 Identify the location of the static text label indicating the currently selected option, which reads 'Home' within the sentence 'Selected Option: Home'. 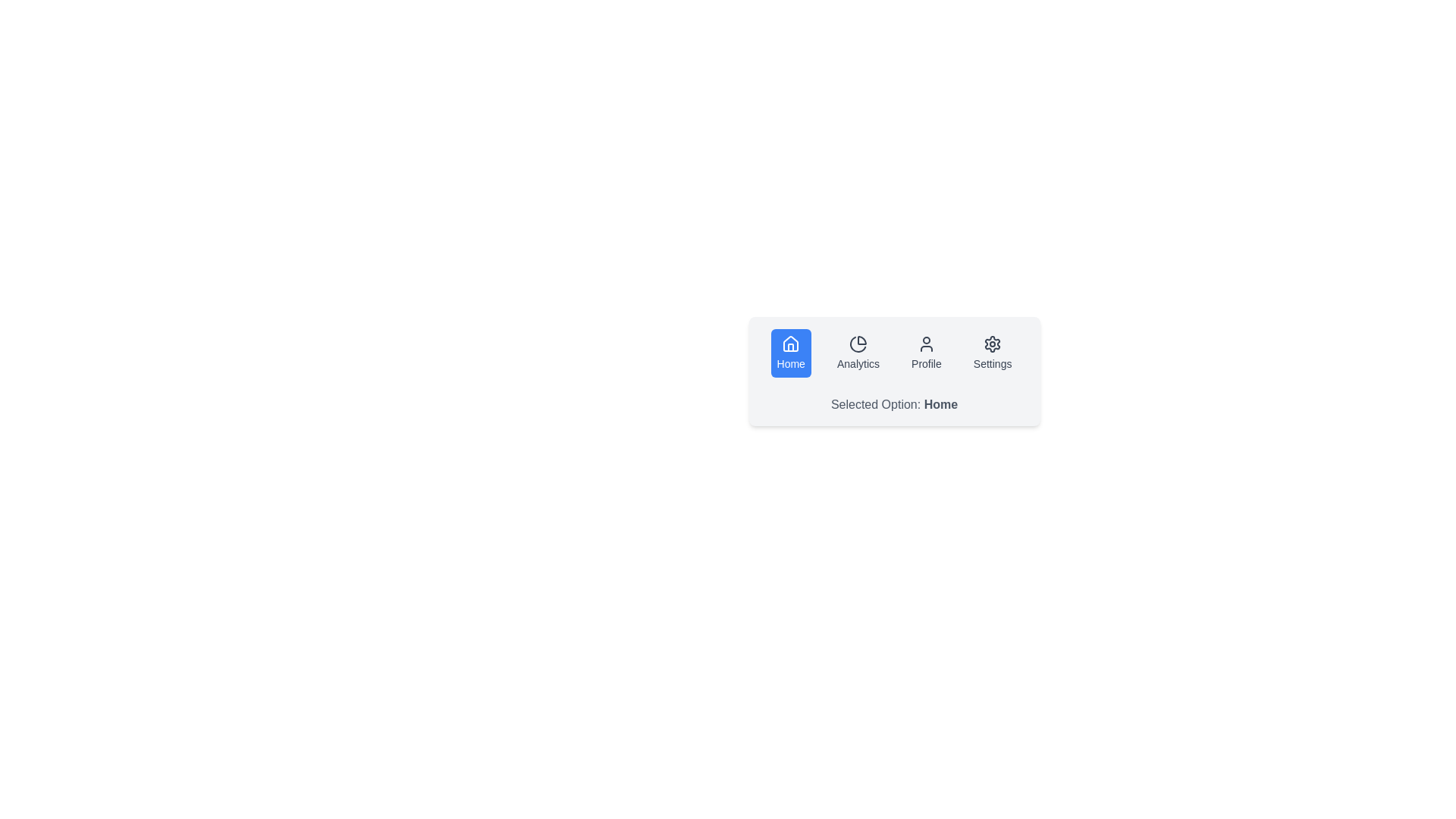
(940, 403).